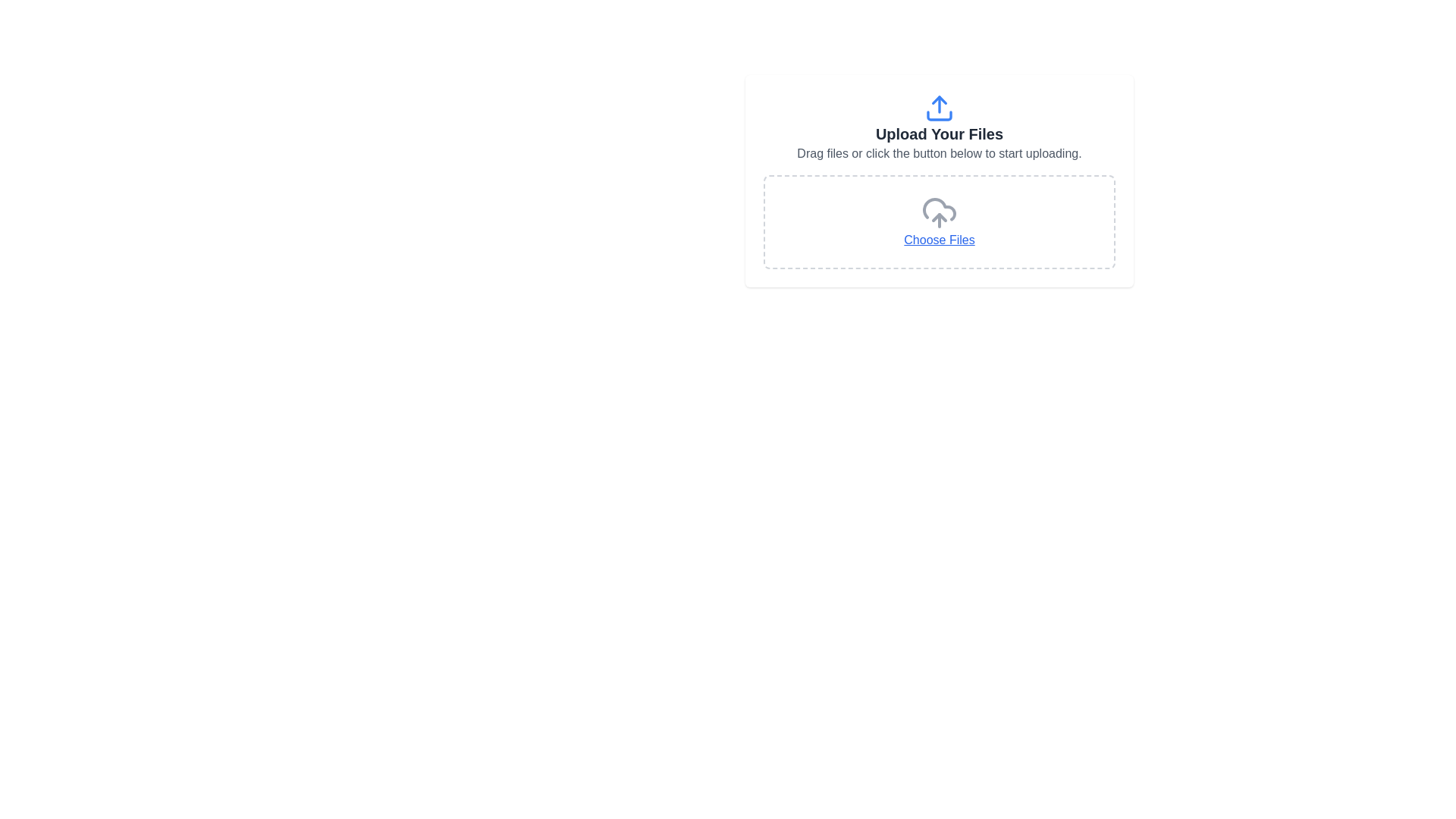 This screenshot has height=819, width=1456. Describe the element at coordinates (938, 107) in the screenshot. I see `the upward arrow icon styled in light blue` at that location.